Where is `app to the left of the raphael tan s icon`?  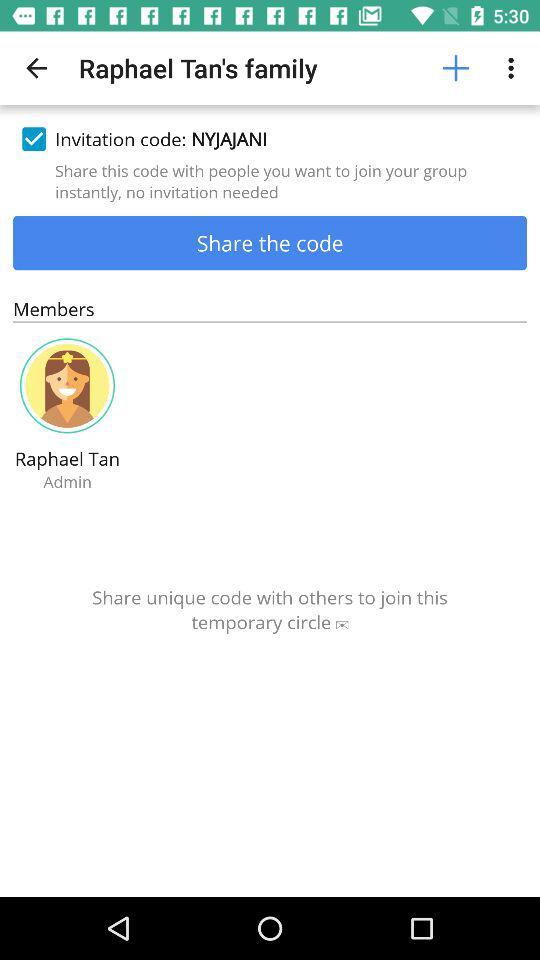 app to the left of the raphael tan s icon is located at coordinates (36, 68).